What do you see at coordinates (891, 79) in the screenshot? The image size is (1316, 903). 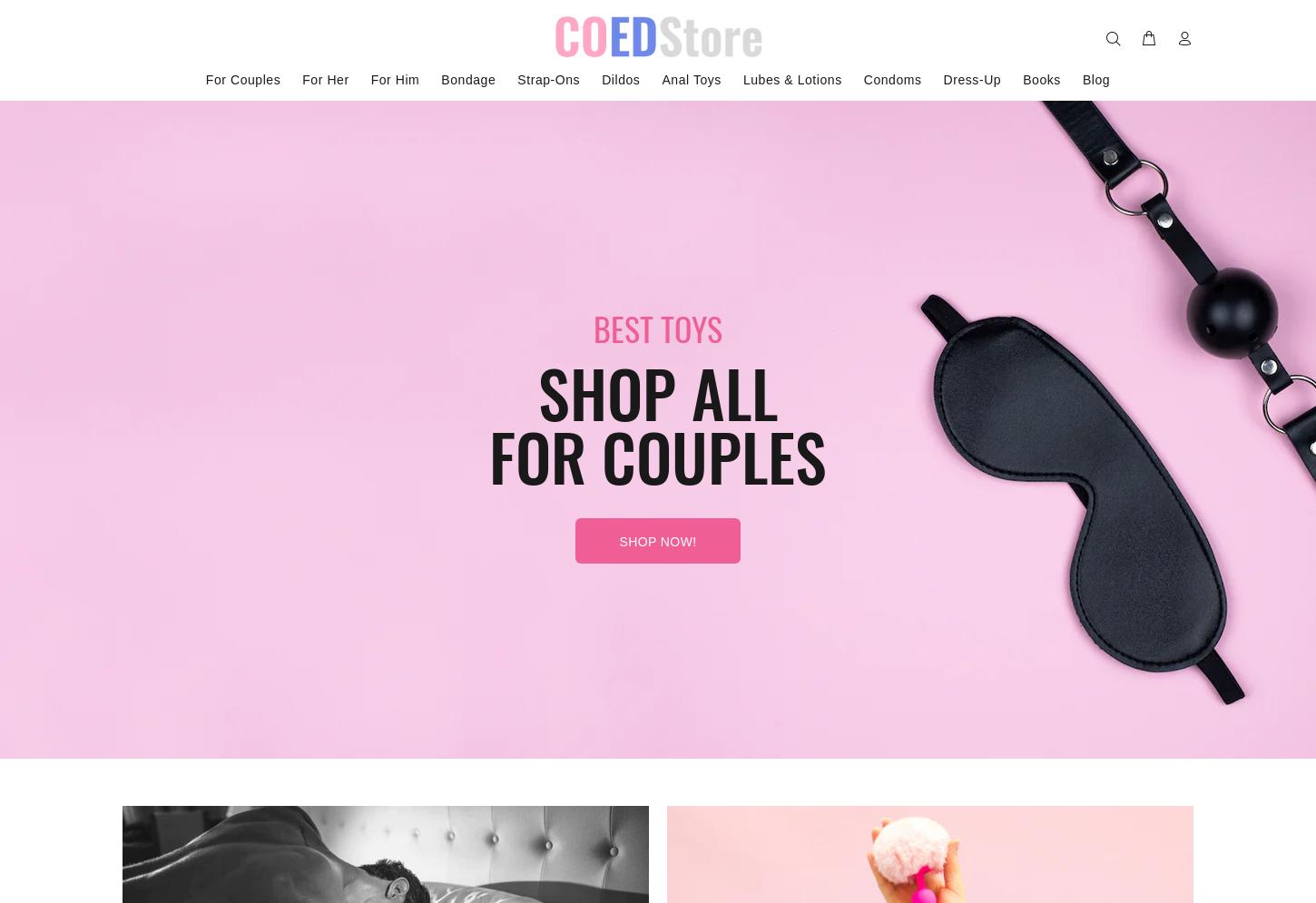 I see `'Condoms'` at bounding box center [891, 79].